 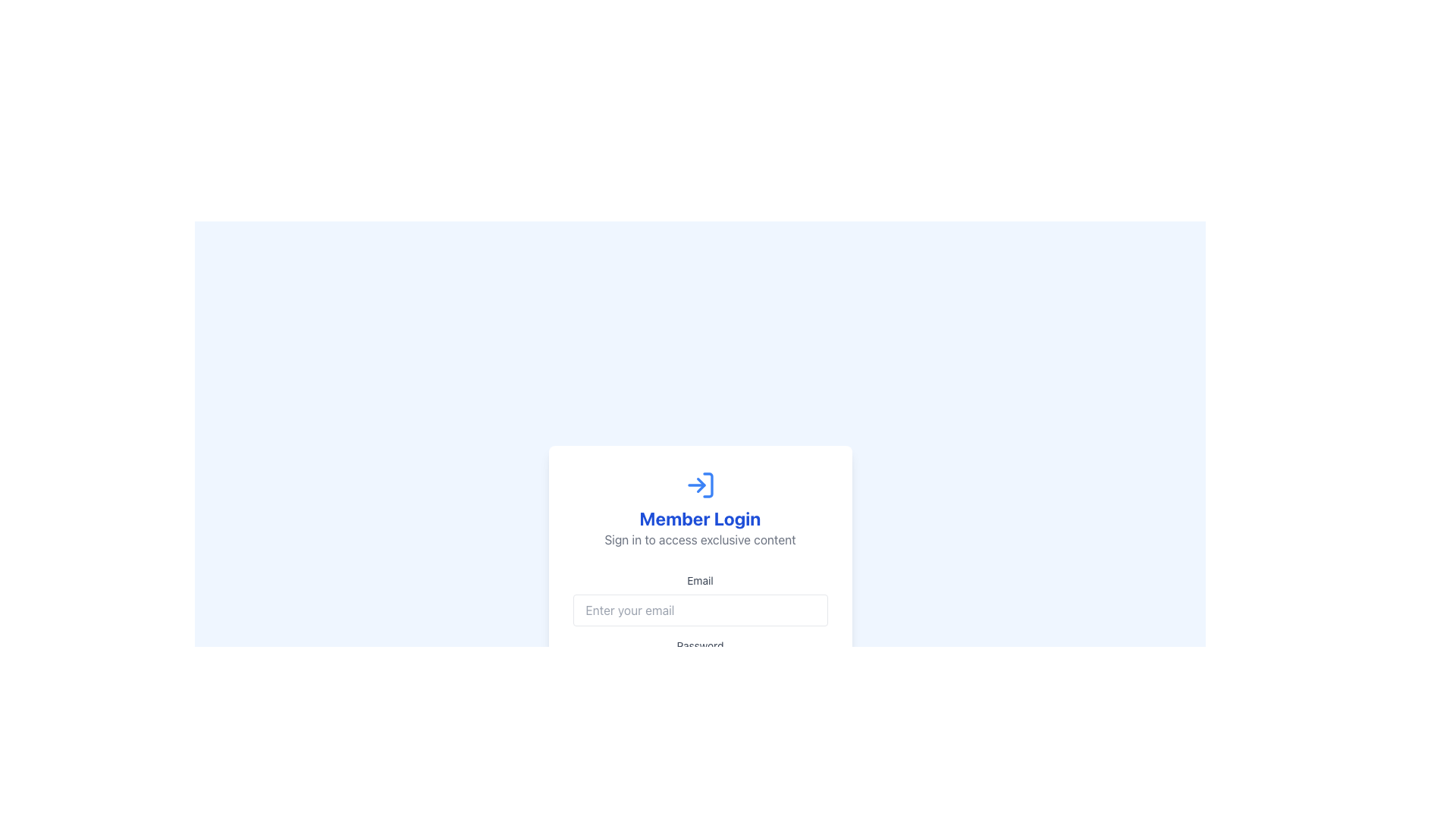 What do you see at coordinates (699, 539) in the screenshot?
I see `the Static Text that provides additional information about the login form, positioned below the 'Member Login' heading and above the input fields` at bounding box center [699, 539].